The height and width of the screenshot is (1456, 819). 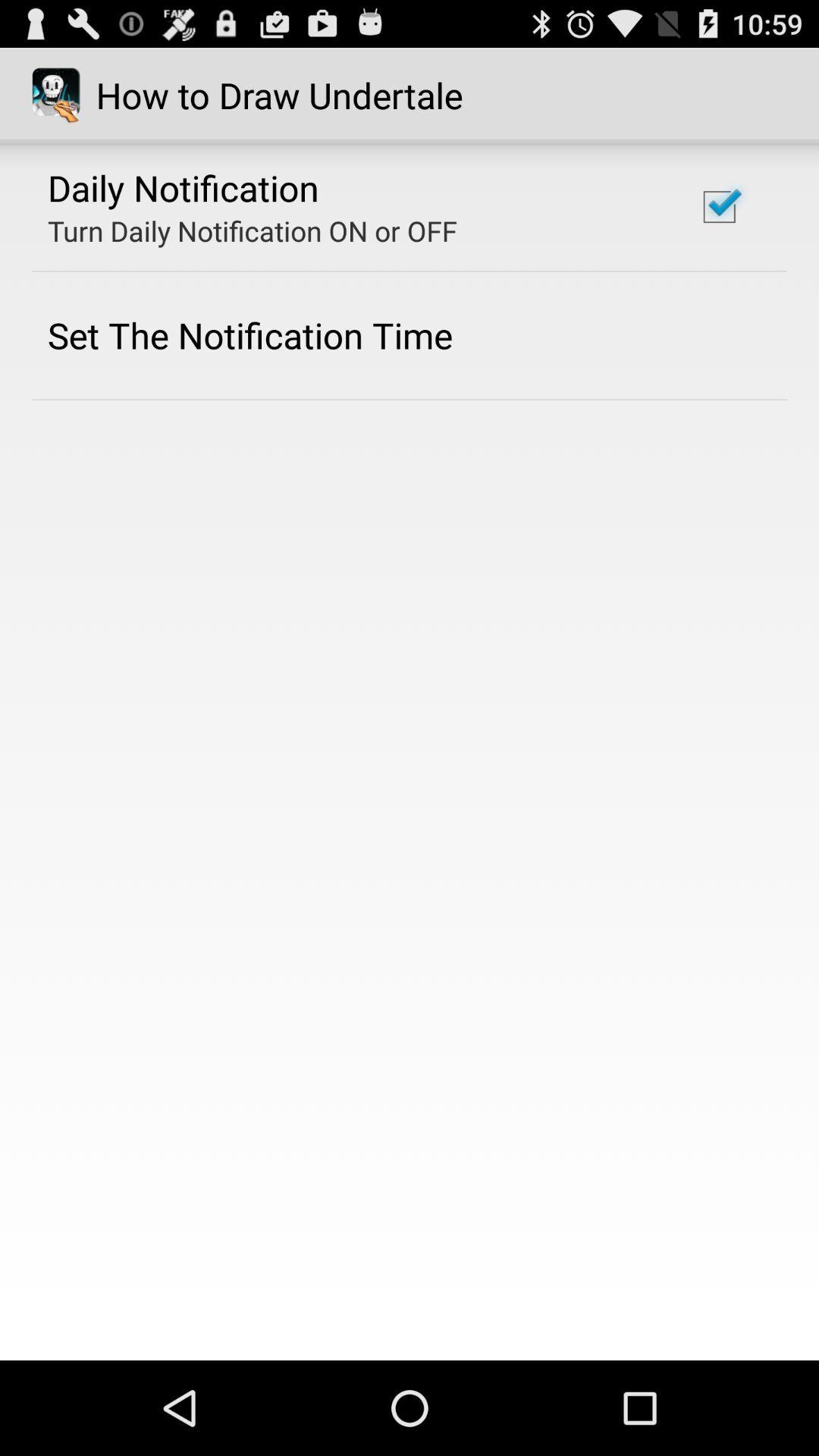 What do you see at coordinates (249, 334) in the screenshot?
I see `set the notification icon` at bounding box center [249, 334].